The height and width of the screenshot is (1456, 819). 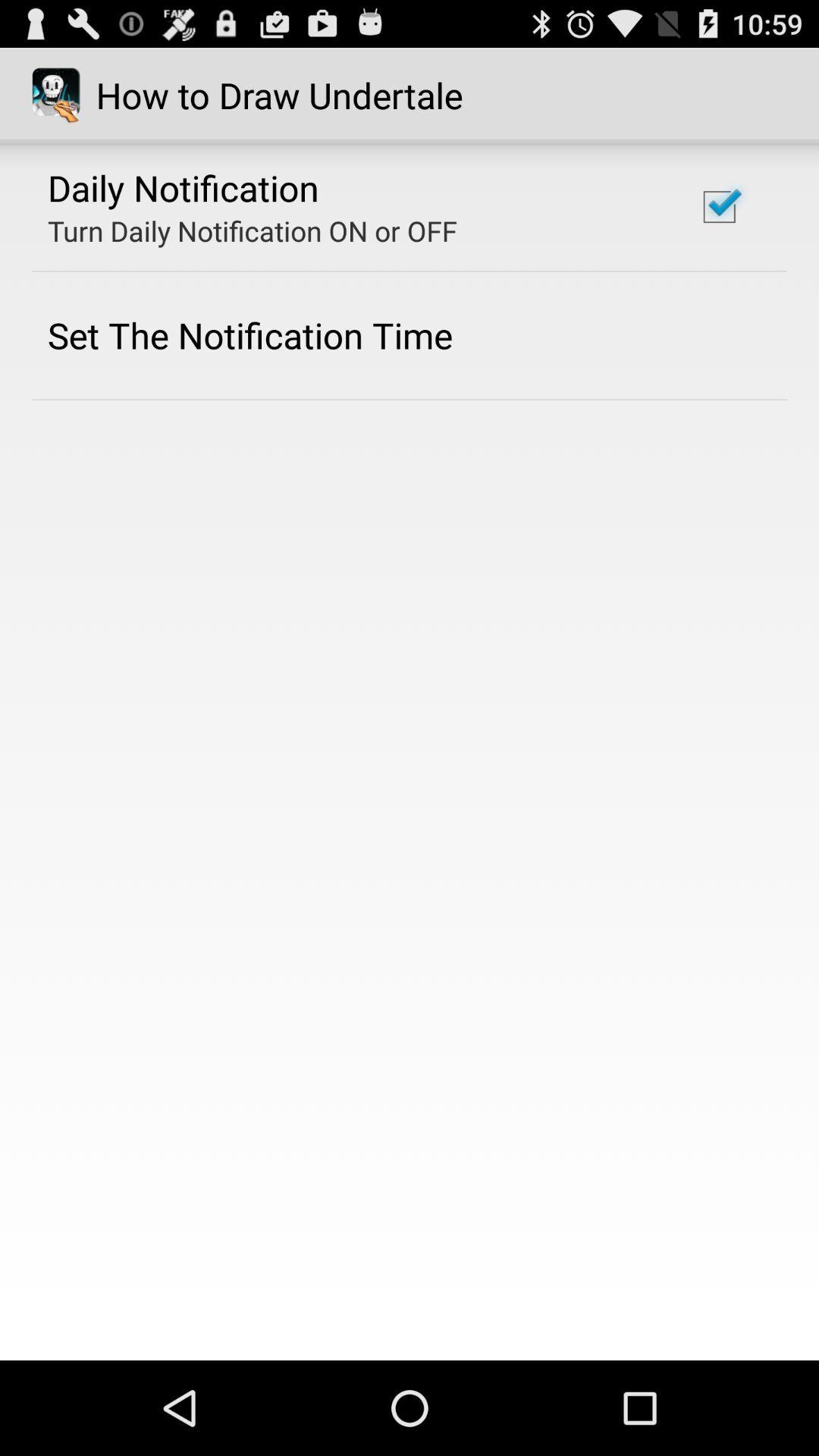 What do you see at coordinates (249, 334) in the screenshot?
I see `set the notification icon` at bounding box center [249, 334].